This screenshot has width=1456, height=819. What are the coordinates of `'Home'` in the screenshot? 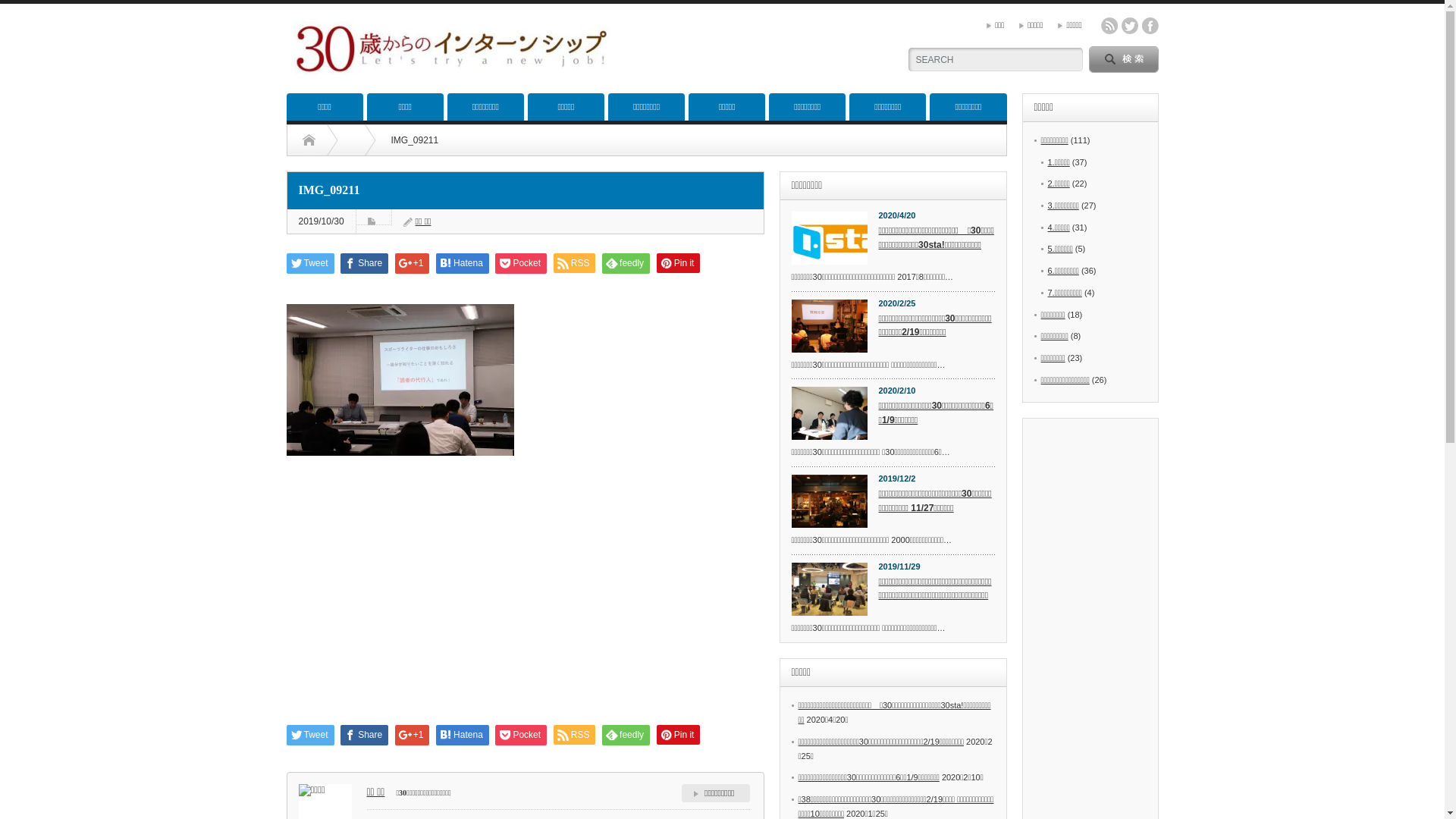 It's located at (307, 140).